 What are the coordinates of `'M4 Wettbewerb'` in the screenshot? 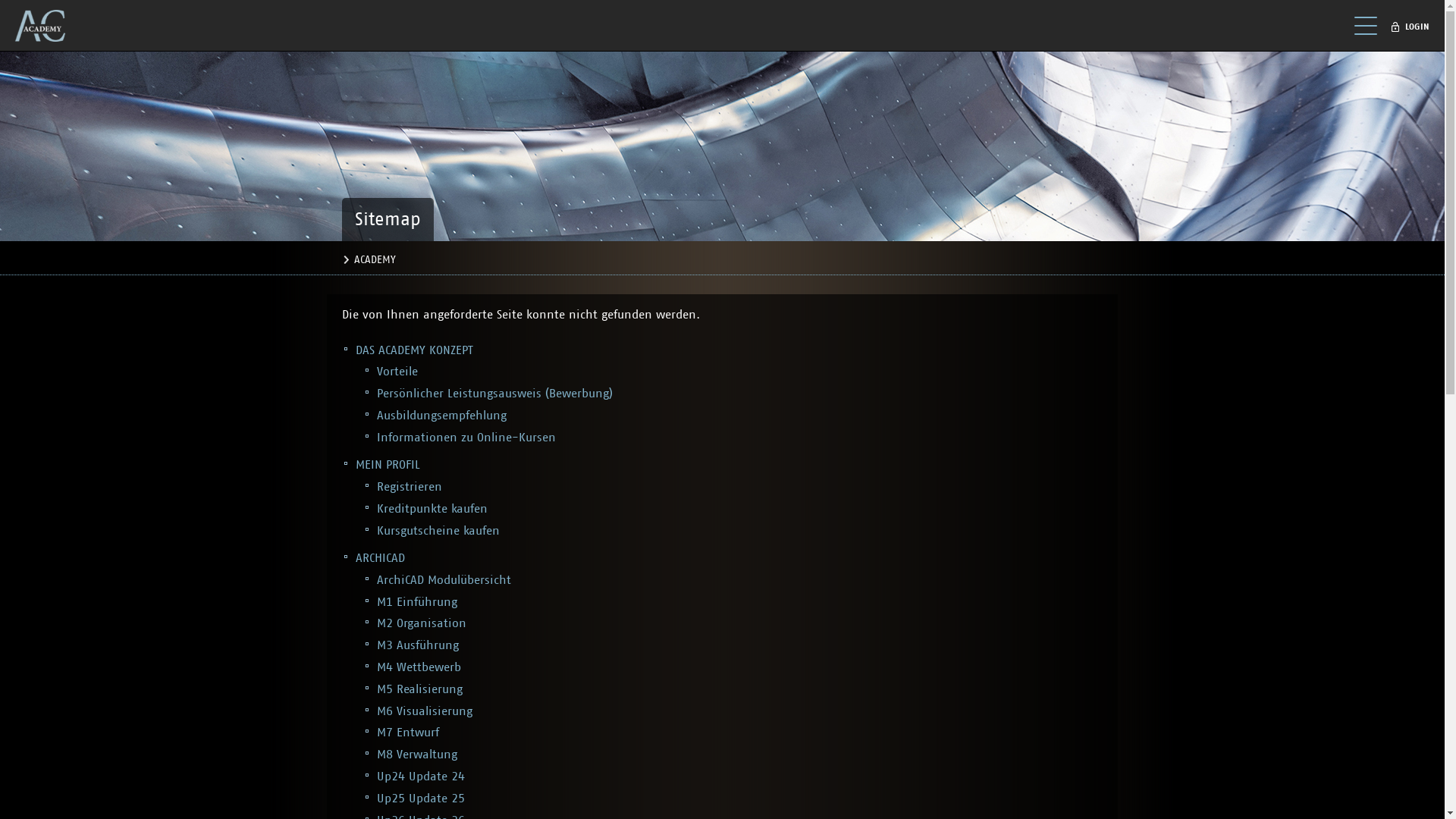 It's located at (419, 666).